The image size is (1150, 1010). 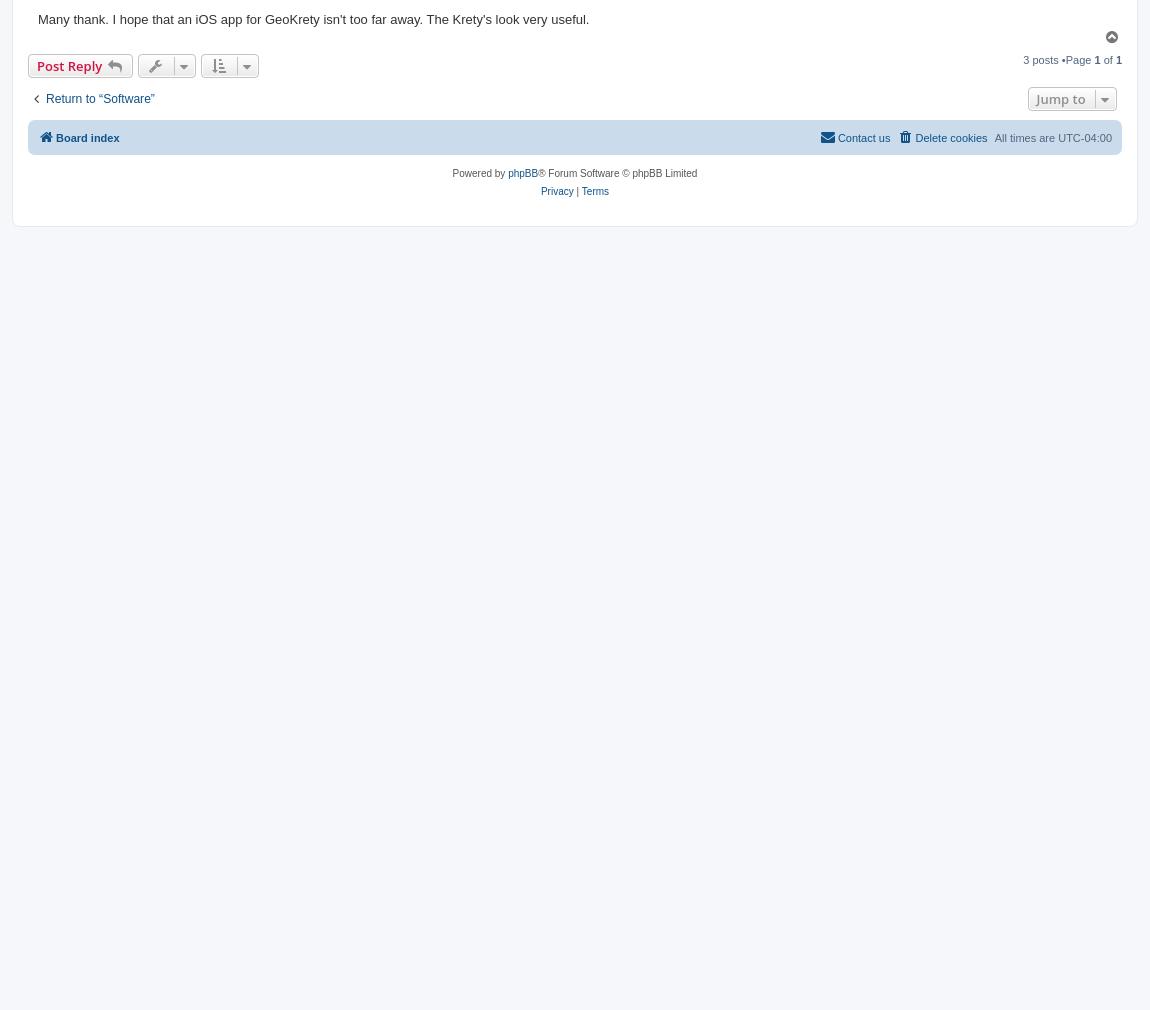 I want to click on 'Terms', so click(x=594, y=190).